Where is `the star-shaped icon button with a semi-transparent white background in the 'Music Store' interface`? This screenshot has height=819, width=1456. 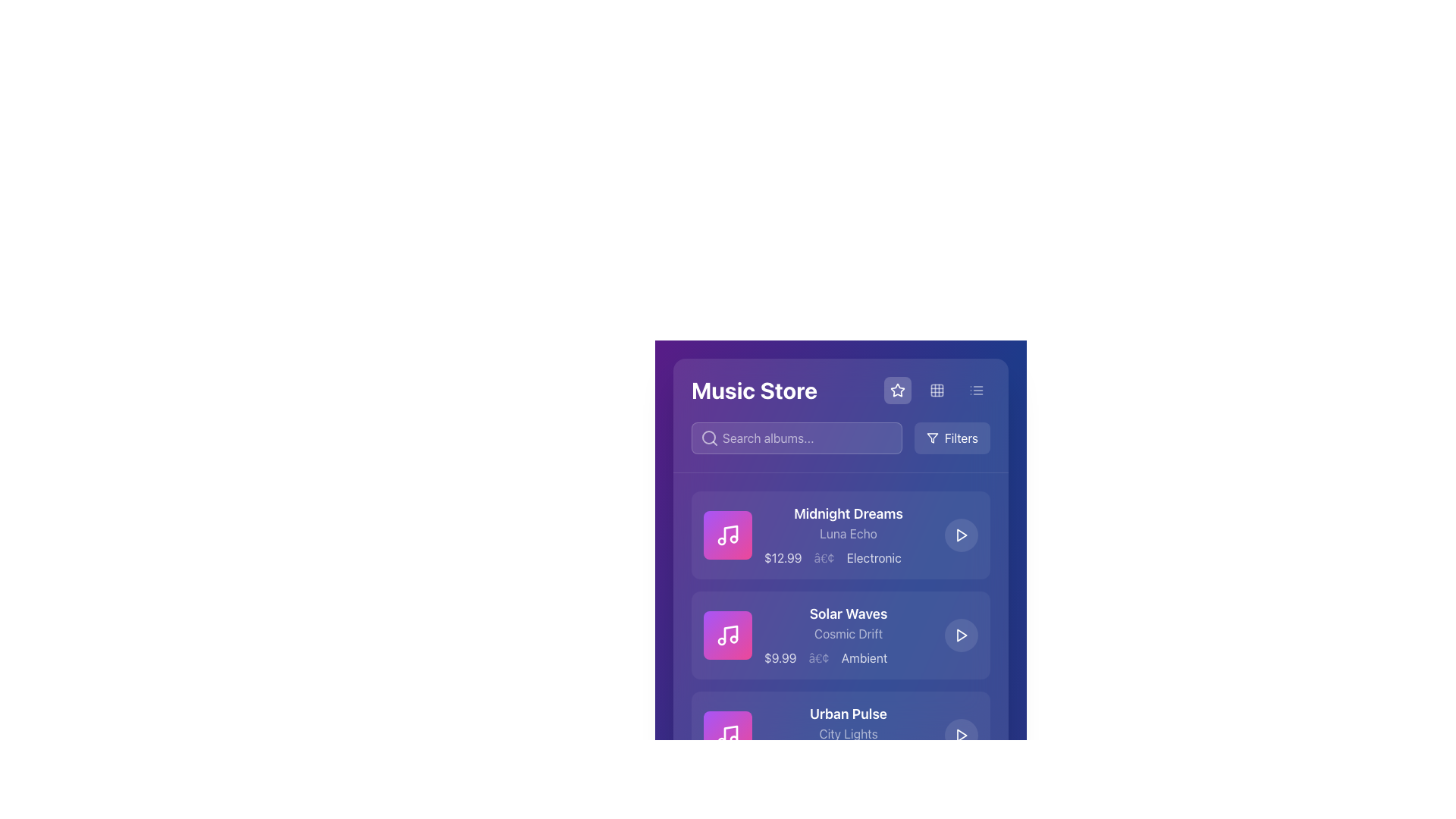 the star-shaped icon button with a semi-transparent white background in the 'Music Store' interface is located at coordinates (898, 390).